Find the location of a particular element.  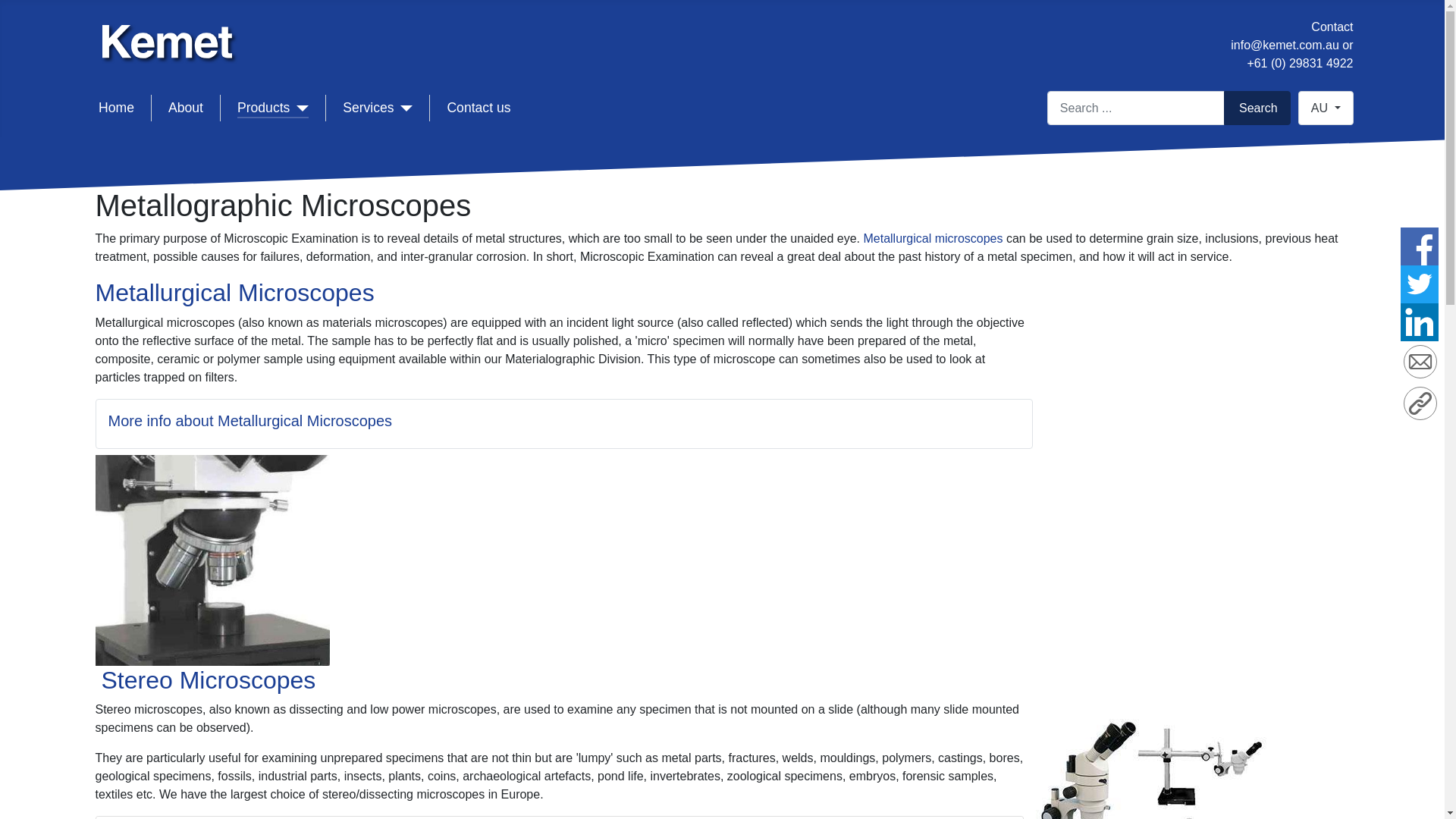

'Metallurgical microscopes' is located at coordinates (931, 238).